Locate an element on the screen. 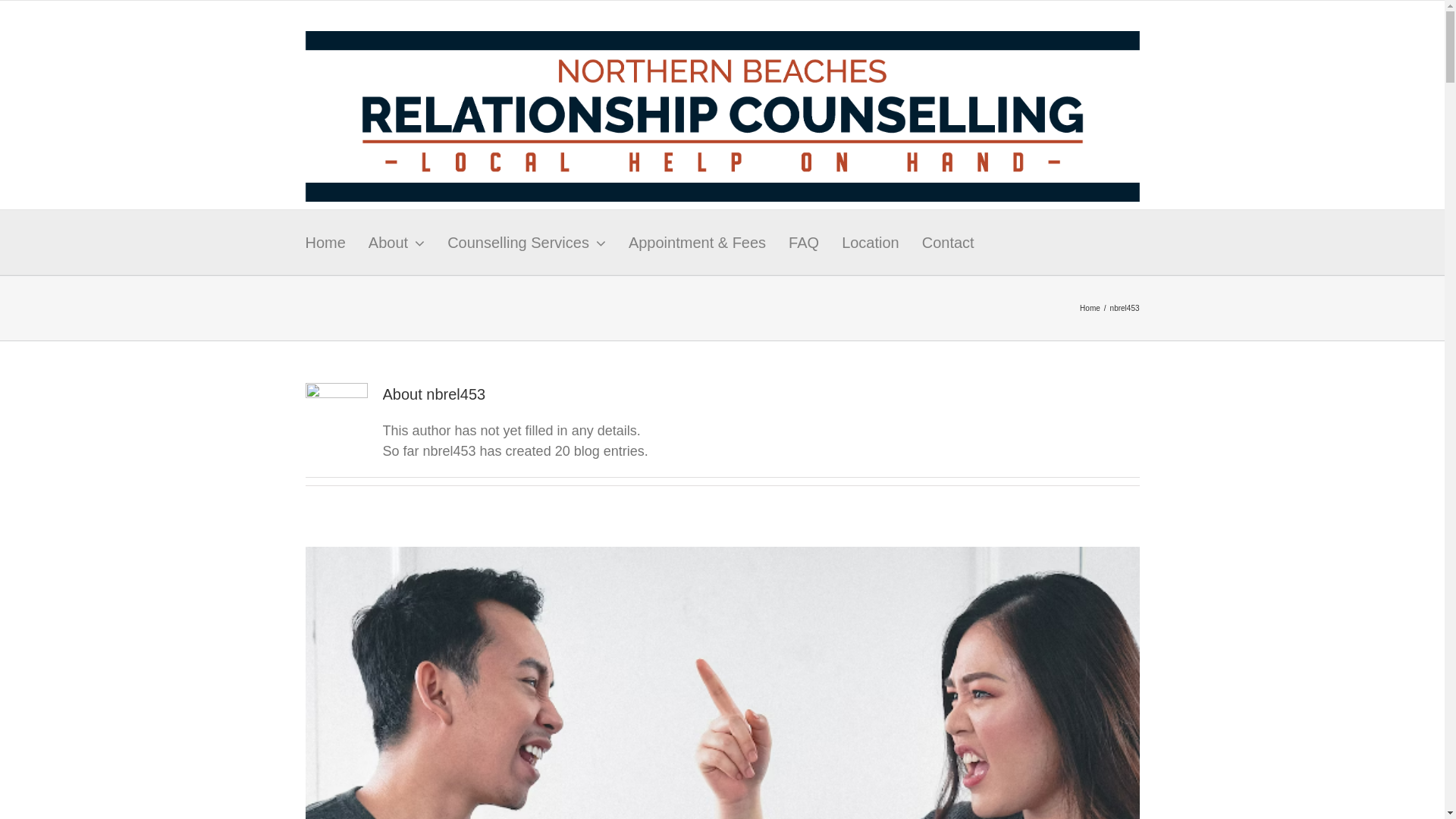 Image resolution: width=1456 pixels, height=819 pixels. 'About' is located at coordinates (368, 241).